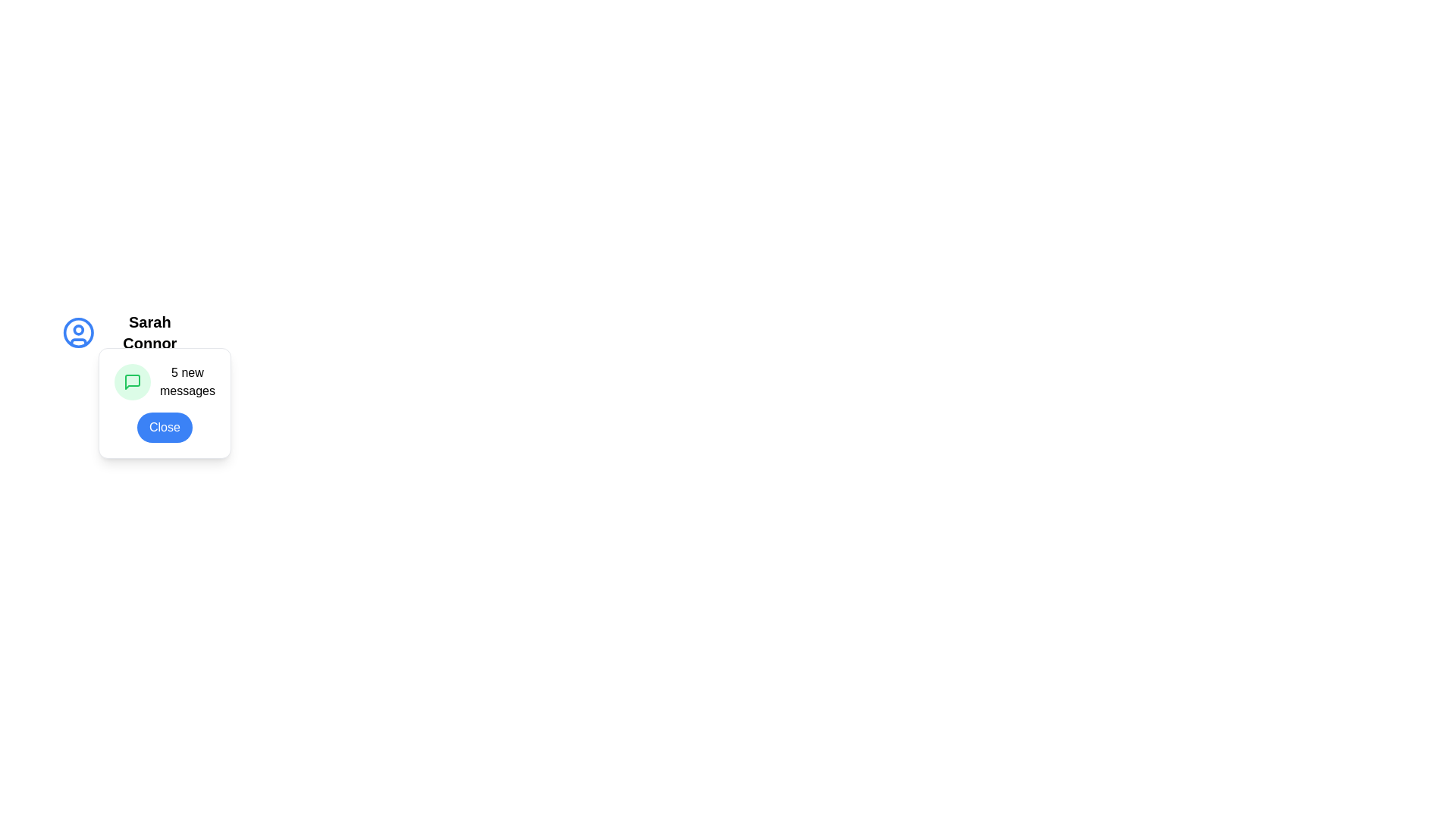 The height and width of the screenshot is (819, 1456). Describe the element at coordinates (123, 372) in the screenshot. I see `the notification icon located in the top-left corner of the white dialog box beneath the 'Sarah Connor' header, which indicates 5 new messages` at that location.